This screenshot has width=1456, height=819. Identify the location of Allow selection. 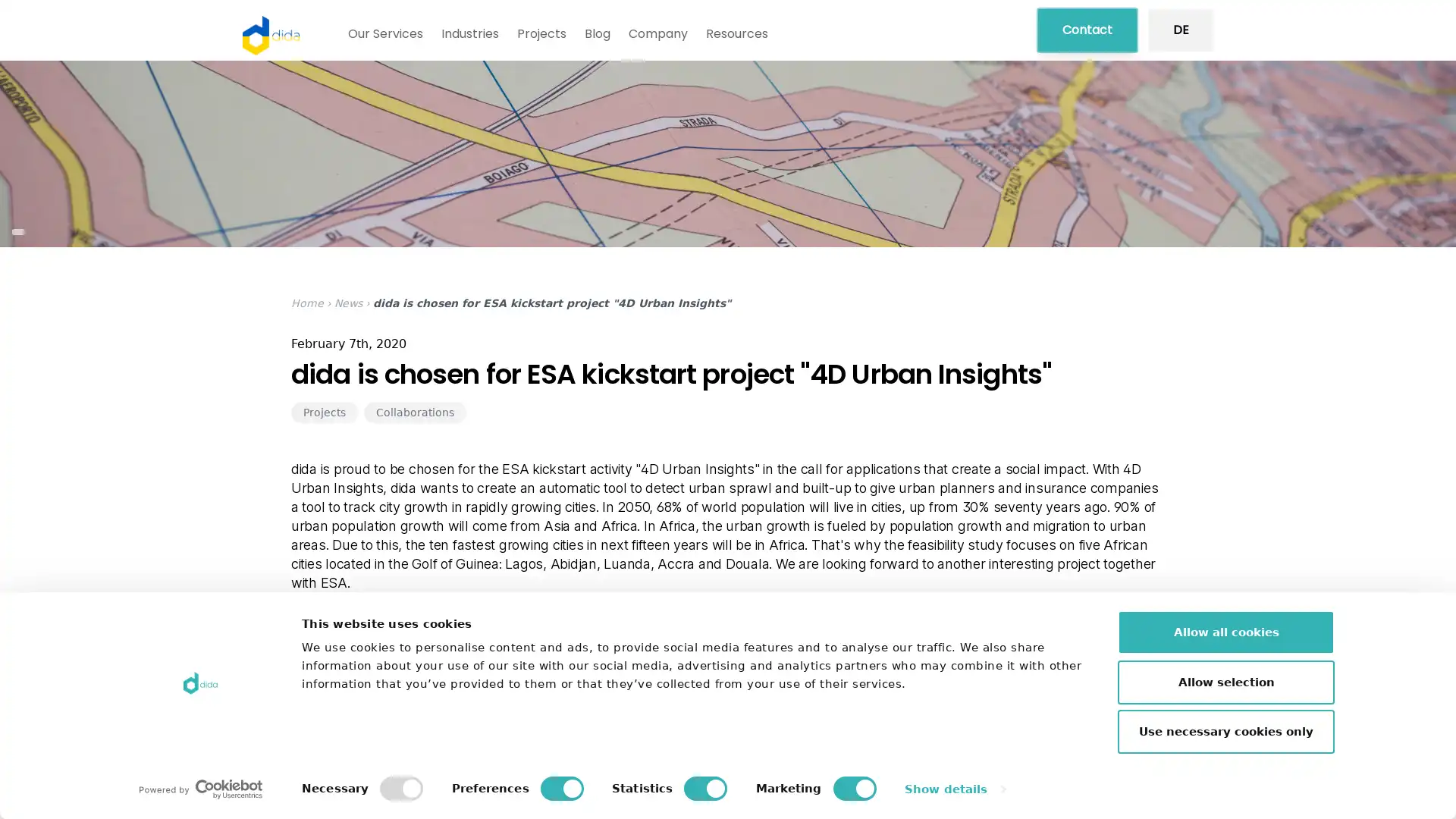
(1226, 680).